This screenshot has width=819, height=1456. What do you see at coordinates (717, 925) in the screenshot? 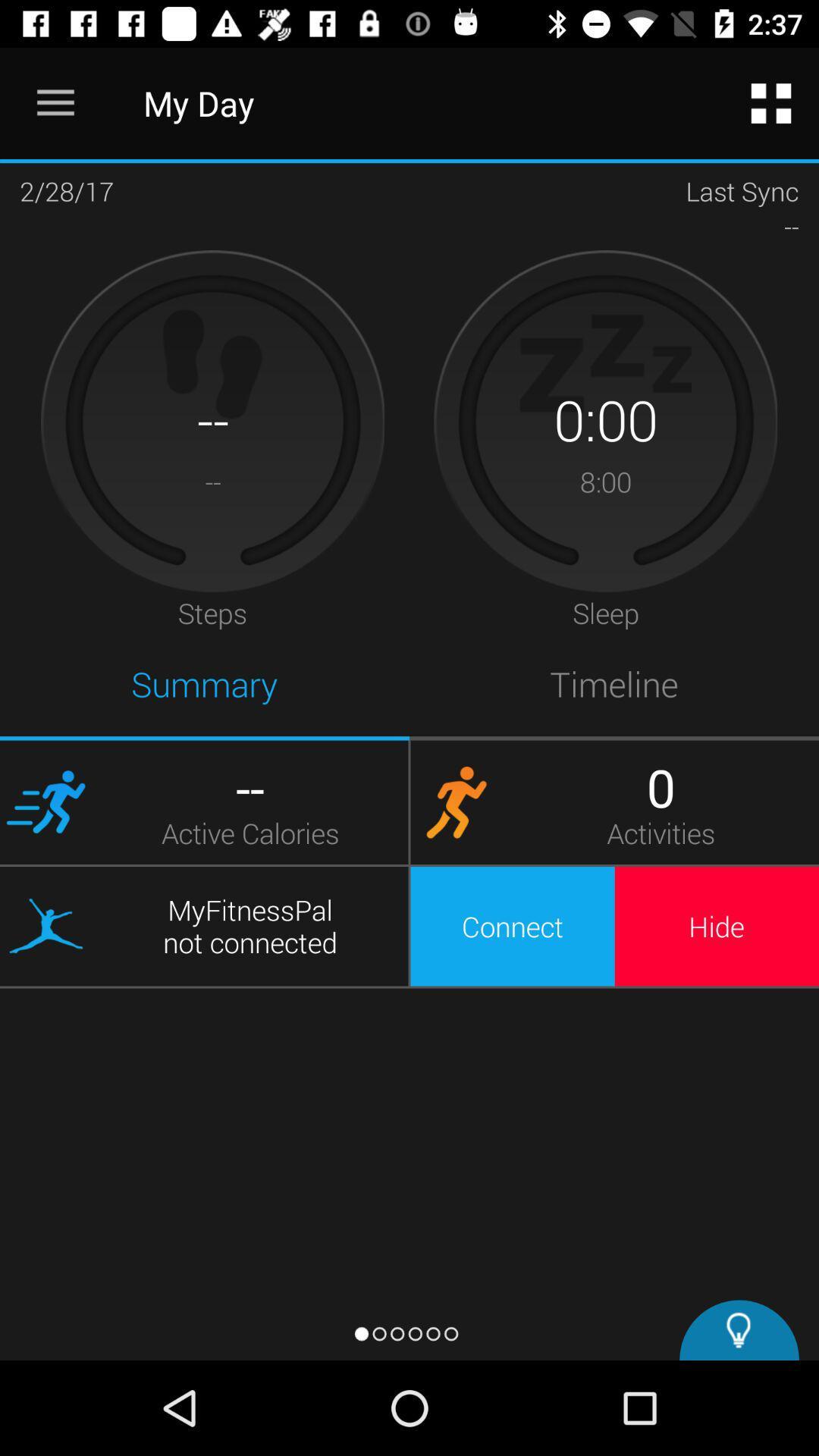
I see `the icon next to connect` at bounding box center [717, 925].